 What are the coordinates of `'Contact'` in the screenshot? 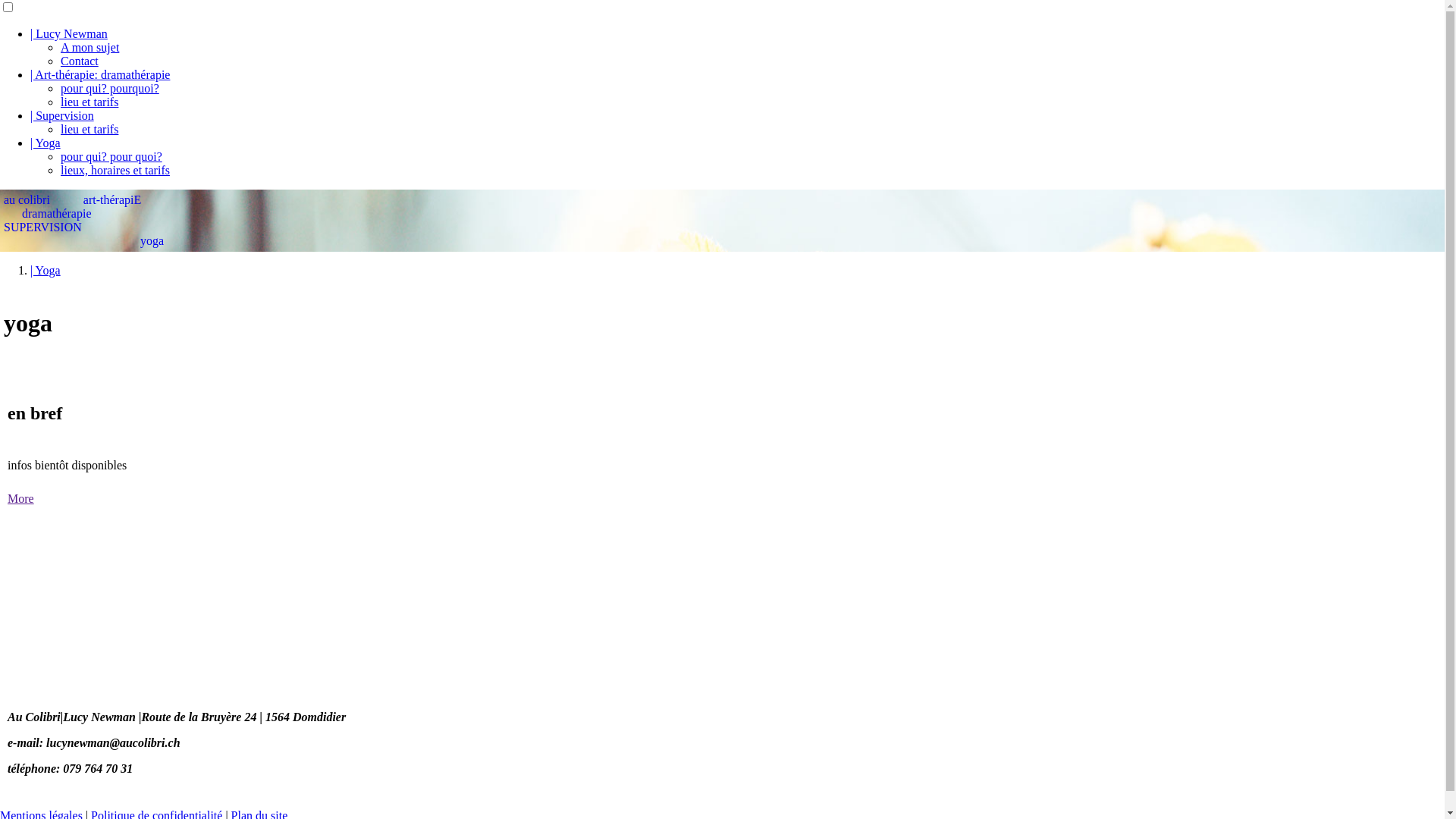 It's located at (79, 60).